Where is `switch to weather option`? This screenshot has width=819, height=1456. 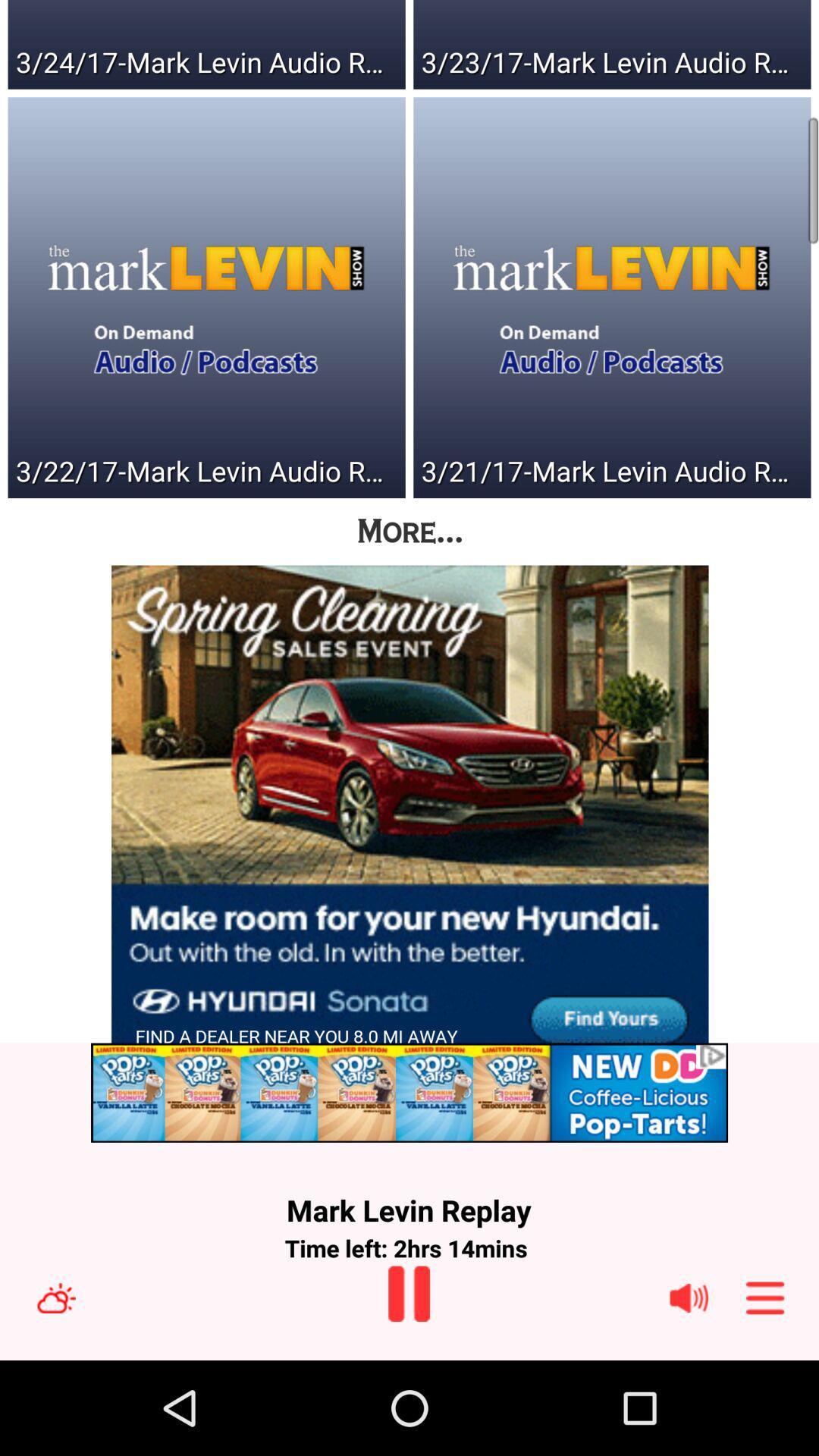
switch to weather option is located at coordinates (55, 1297).